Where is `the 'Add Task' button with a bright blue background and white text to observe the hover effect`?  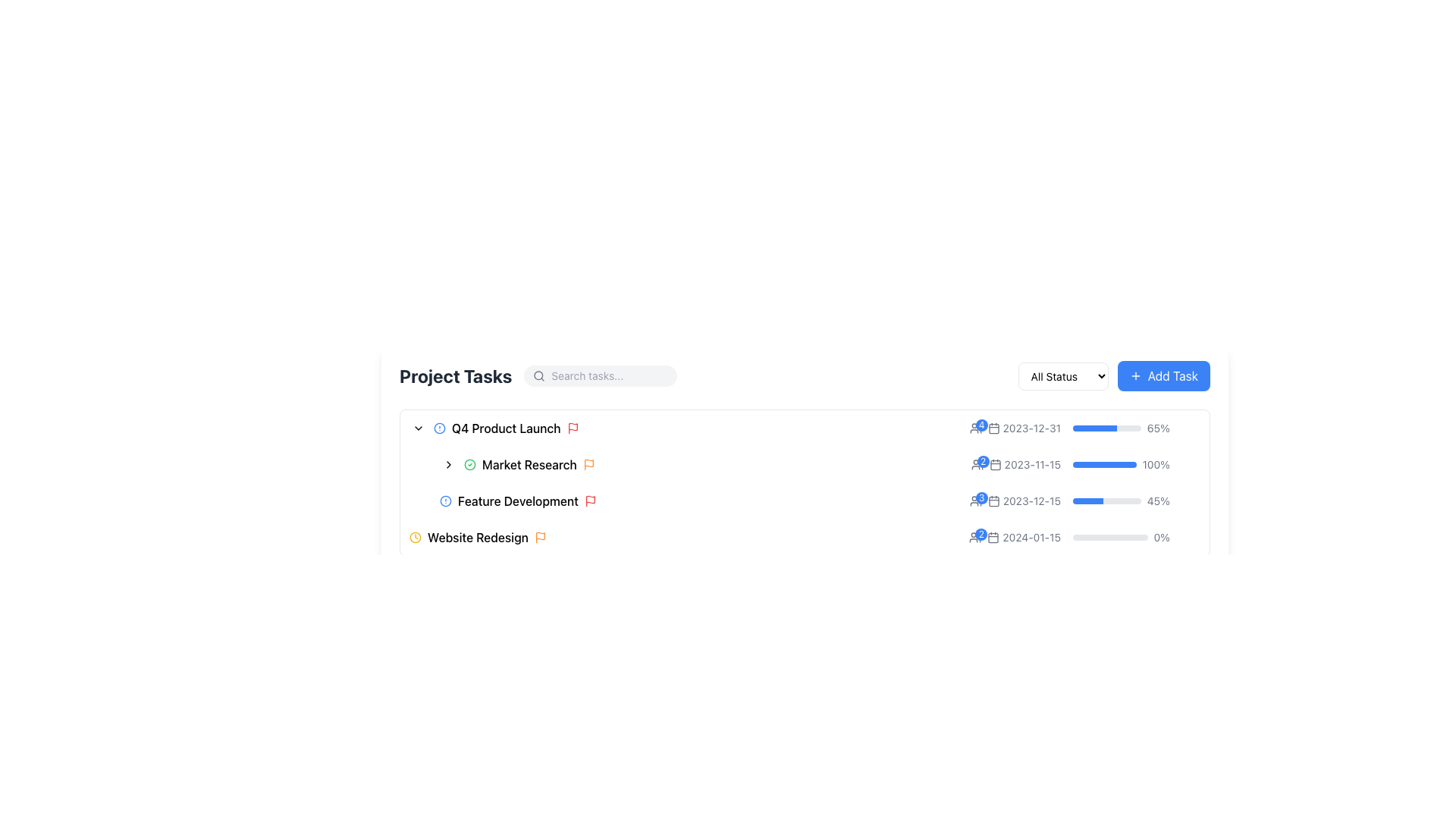 the 'Add Task' button with a bright blue background and white text to observe the hover effect is located at coordinates (1163, 375).